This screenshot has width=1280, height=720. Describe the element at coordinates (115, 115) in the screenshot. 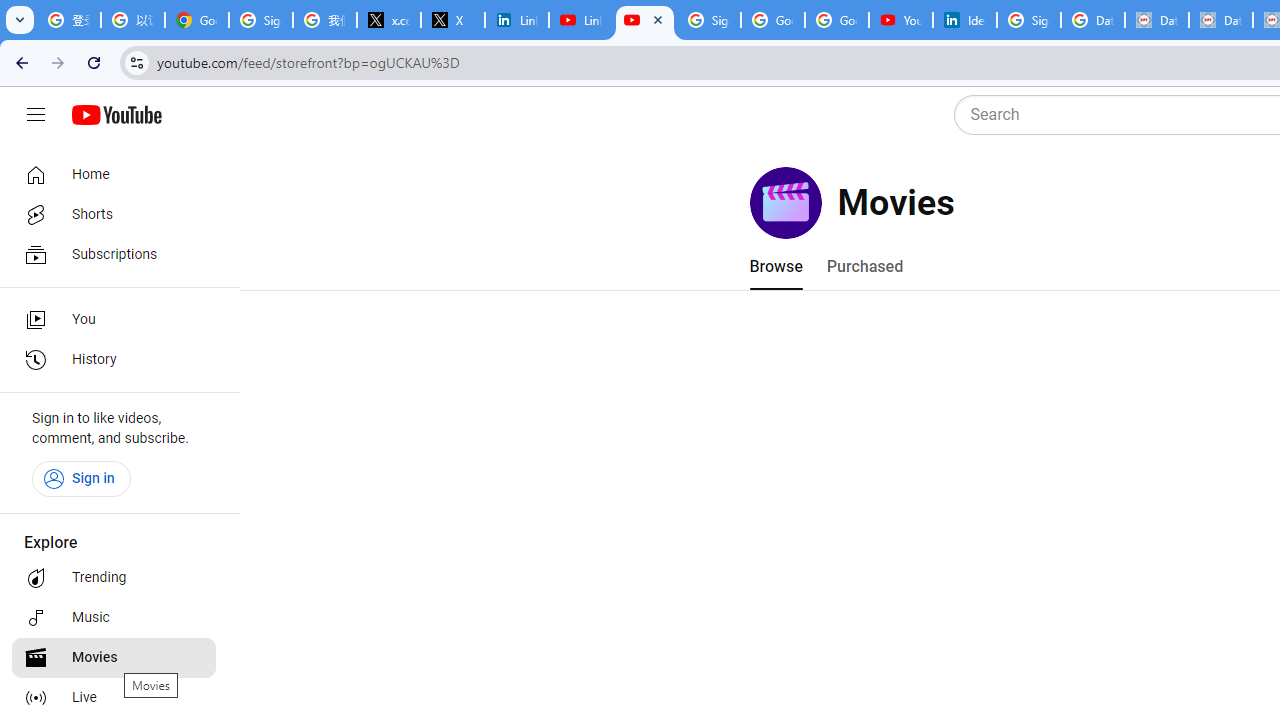

I see `'YouTube Home'` at that location.